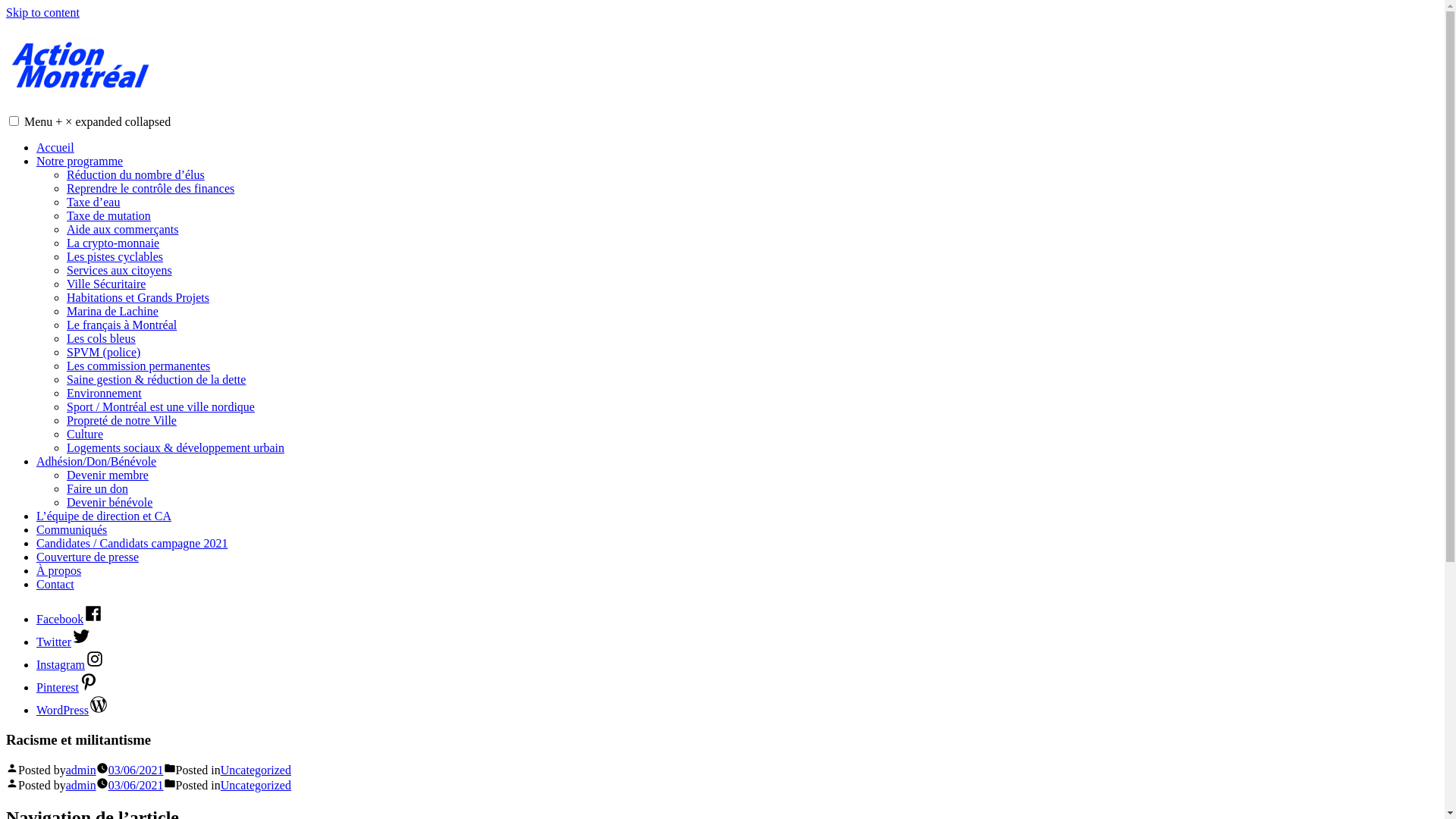 The width and height of the screenshot is (1456, 819). What do you see at coordinates (111, 242) in the screenshot?
I see `'La crypto-monnaie'` at bounding box center [111, 242].